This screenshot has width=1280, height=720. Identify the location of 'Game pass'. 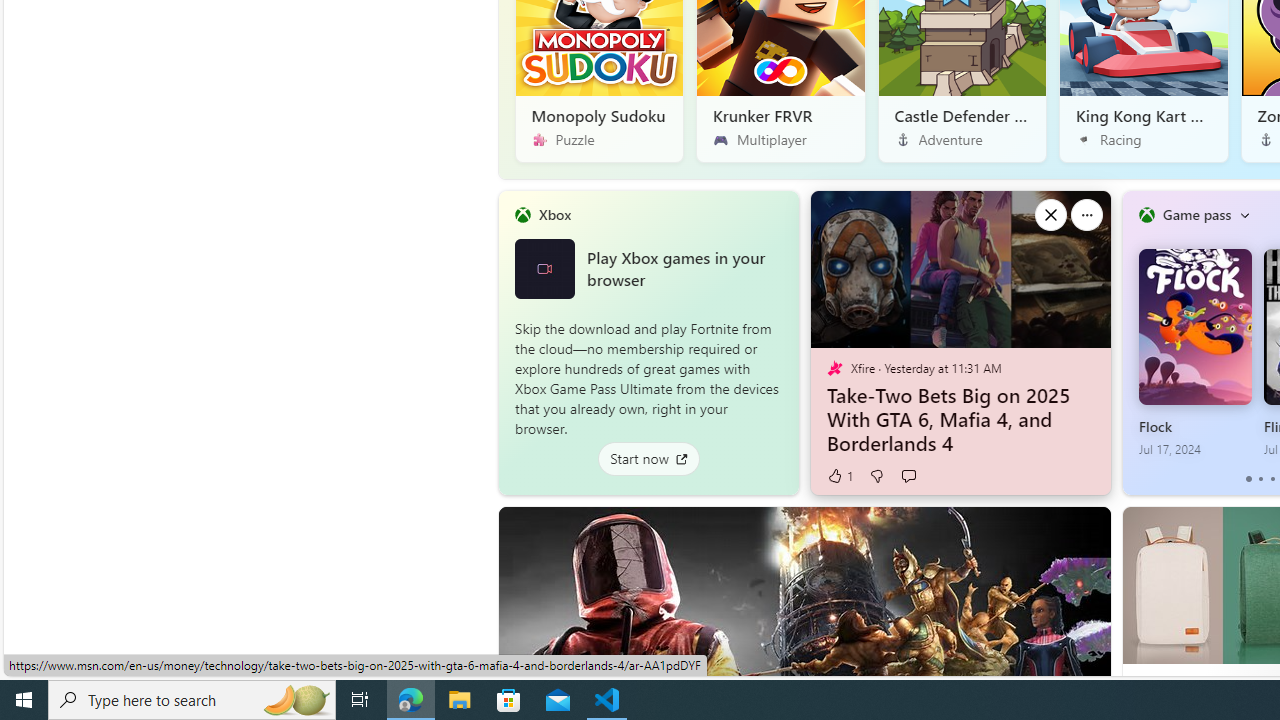
(1196, 214).